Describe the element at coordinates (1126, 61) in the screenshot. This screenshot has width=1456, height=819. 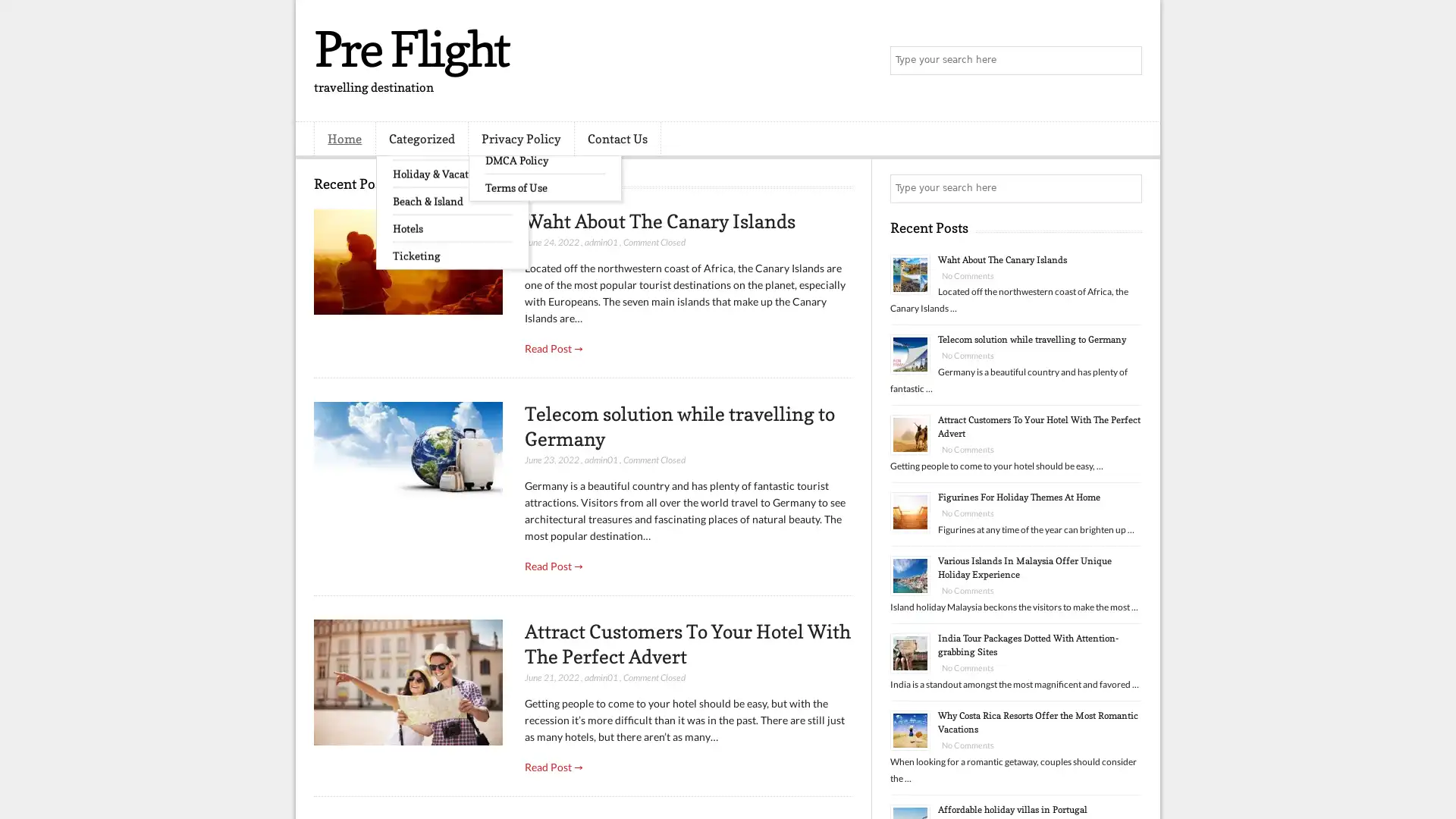
I see `Search` at that location.